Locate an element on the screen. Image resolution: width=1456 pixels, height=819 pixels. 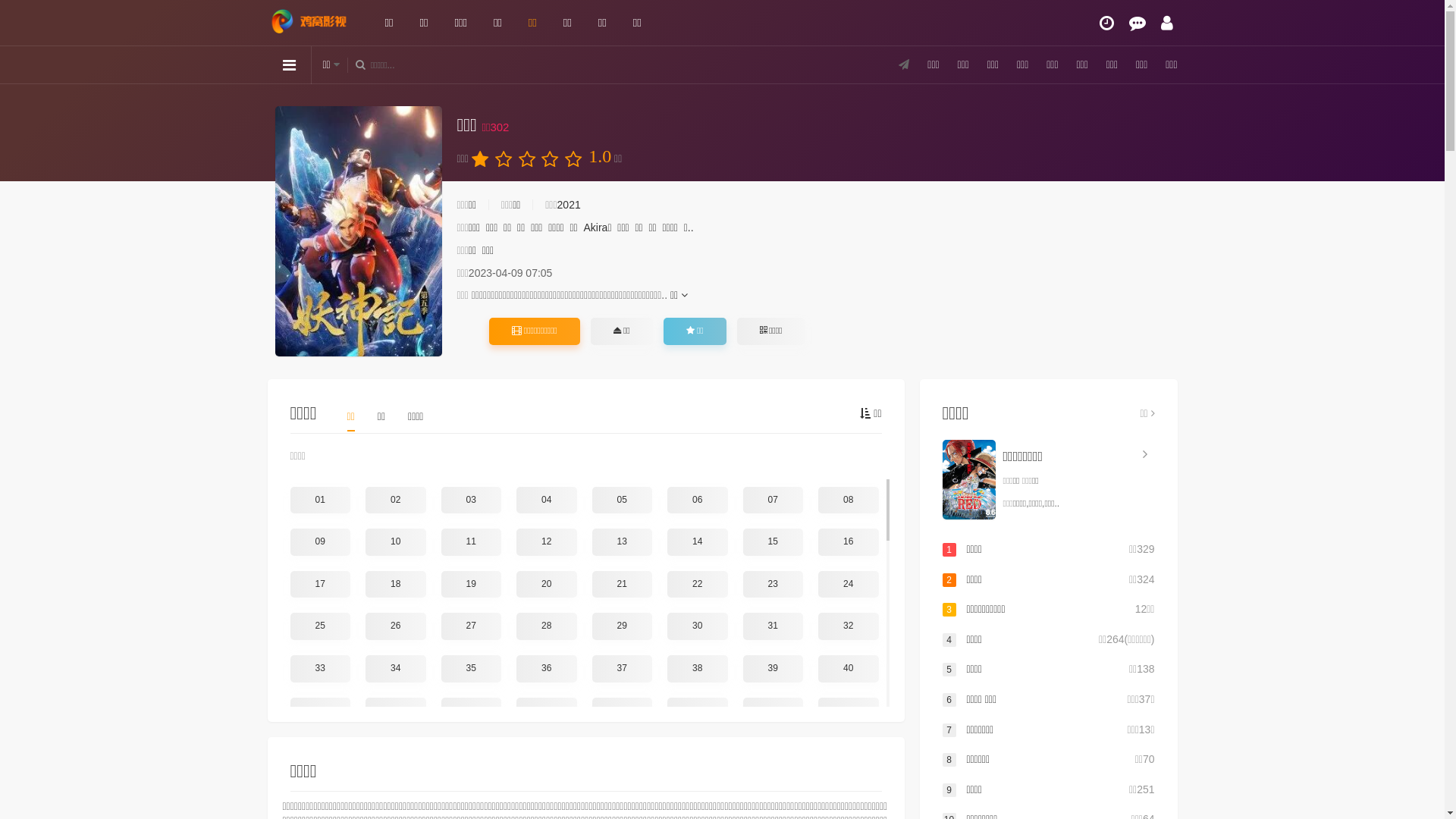
'16' is located at coordinates (847, 541).